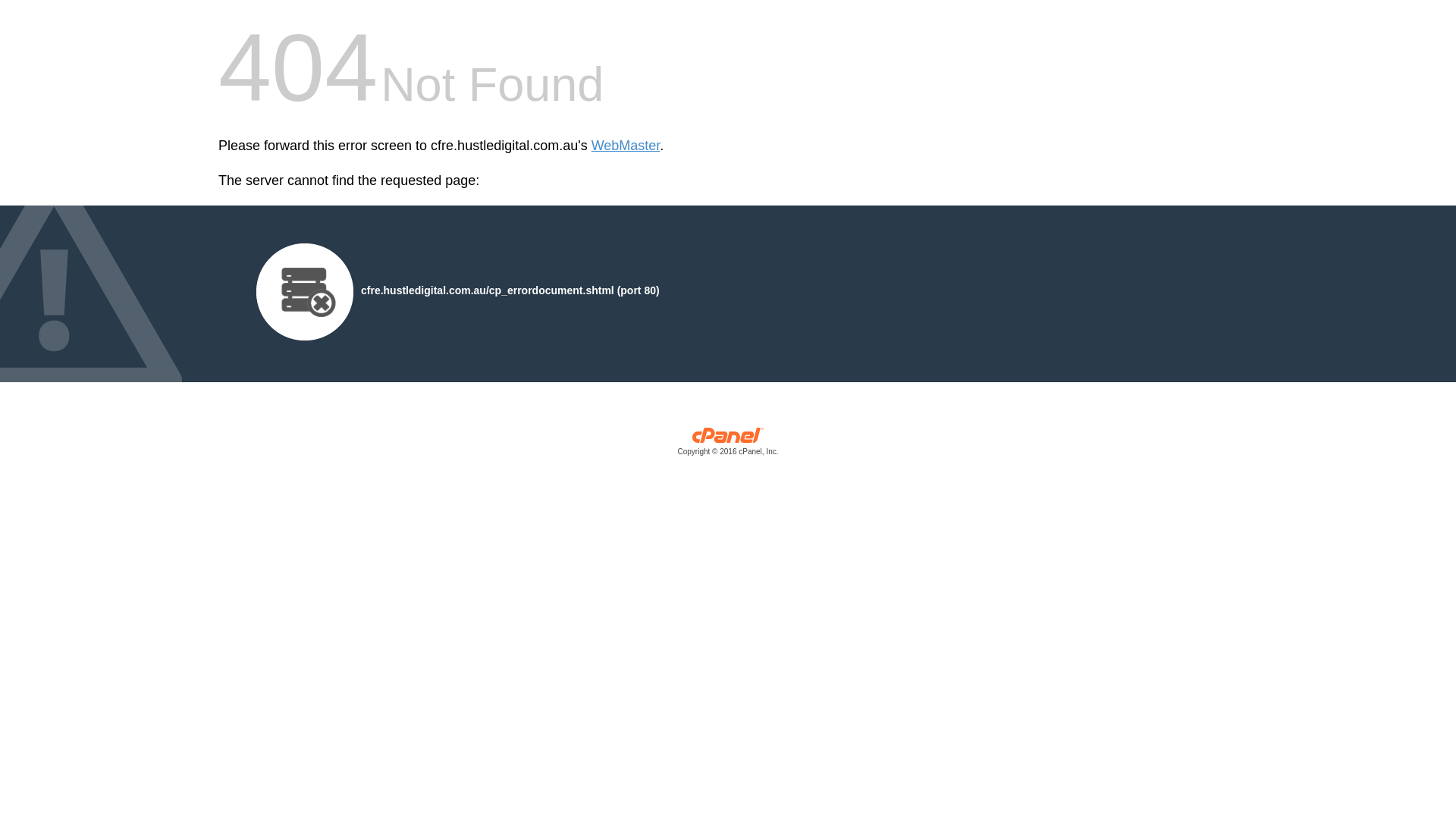 Image resolution: width=1456 pixels, height=819 pixels. Describe the element at coordinates (626, 146) in the screenshot. I see `'WebMaster'` at that location.